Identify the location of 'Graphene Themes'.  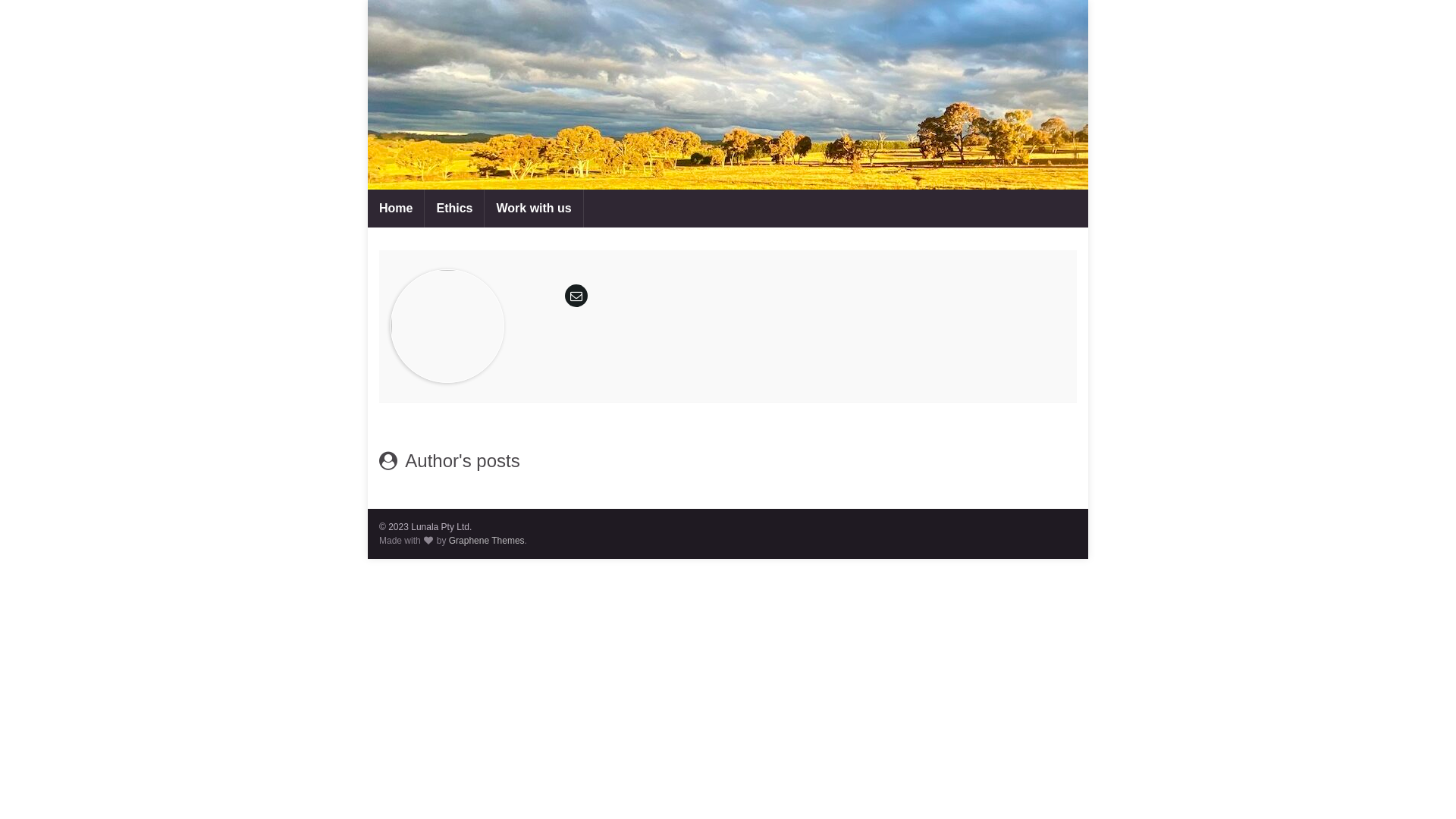
(487, 540).